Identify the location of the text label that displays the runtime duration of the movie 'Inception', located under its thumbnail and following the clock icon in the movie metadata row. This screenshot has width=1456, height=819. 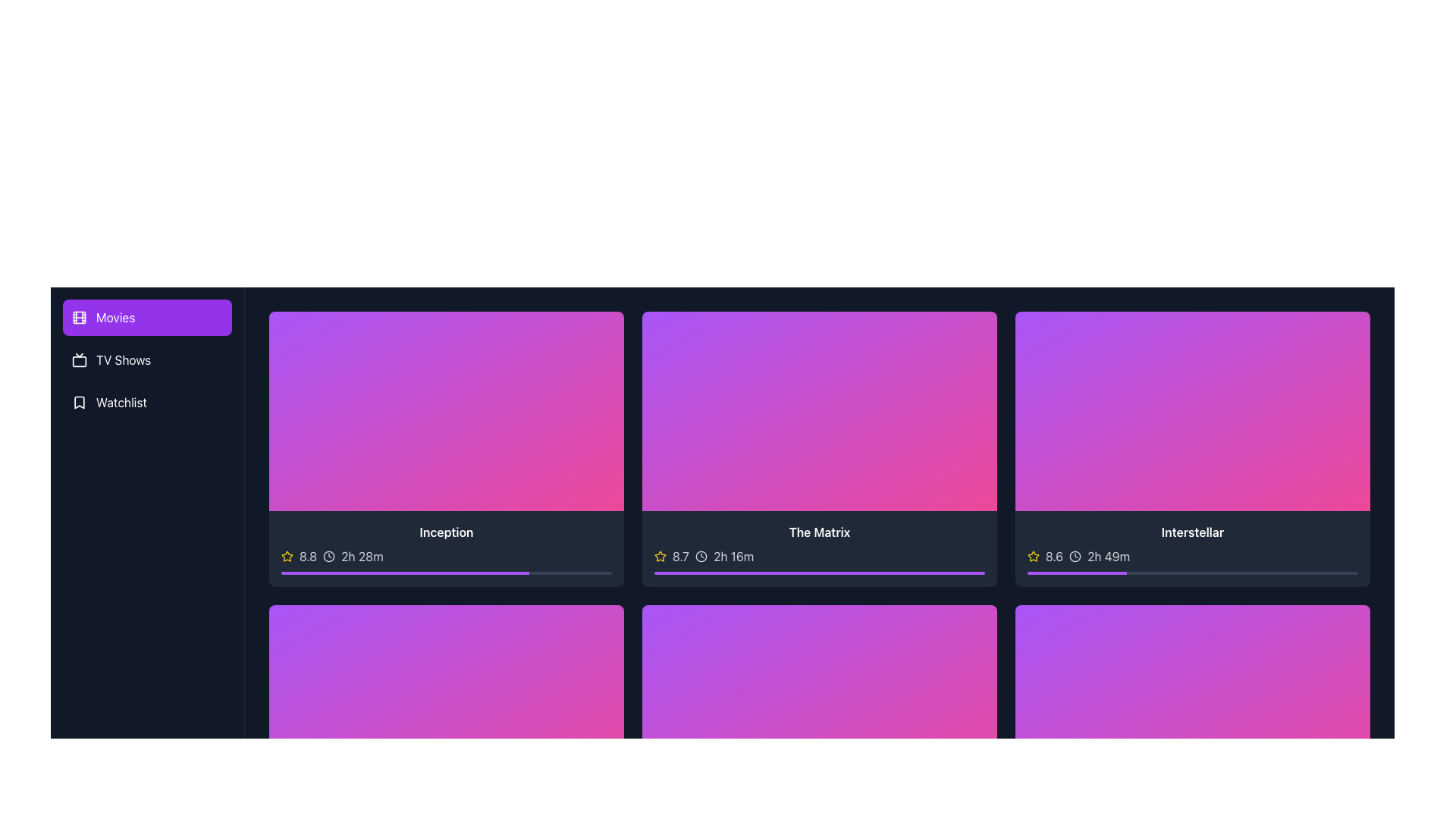
(361, 557).